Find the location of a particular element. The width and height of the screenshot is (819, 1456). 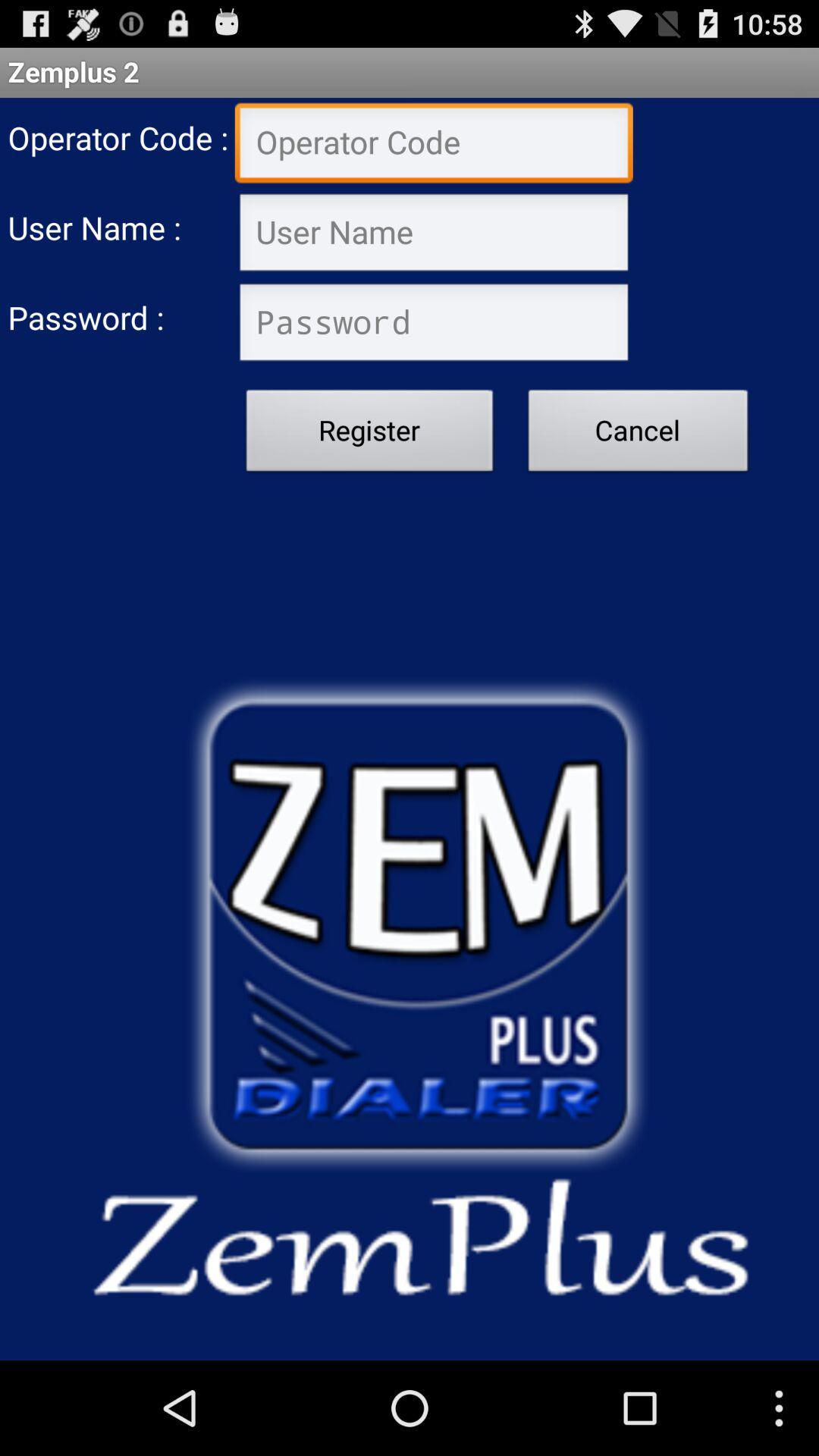

user name is located at coordinates (434, 234).